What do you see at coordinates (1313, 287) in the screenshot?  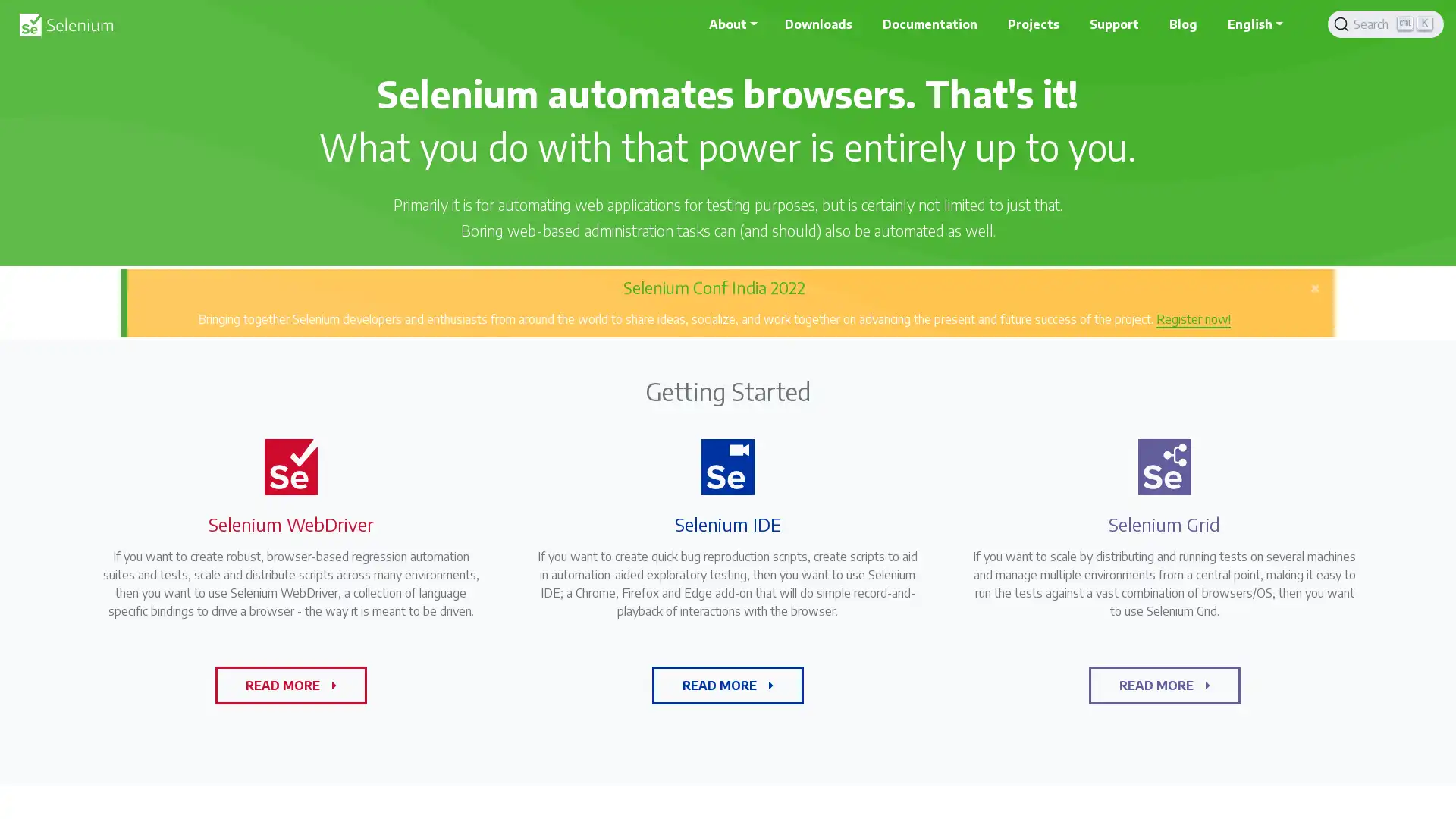 I see `Close` at bounding box center [1313, 287].